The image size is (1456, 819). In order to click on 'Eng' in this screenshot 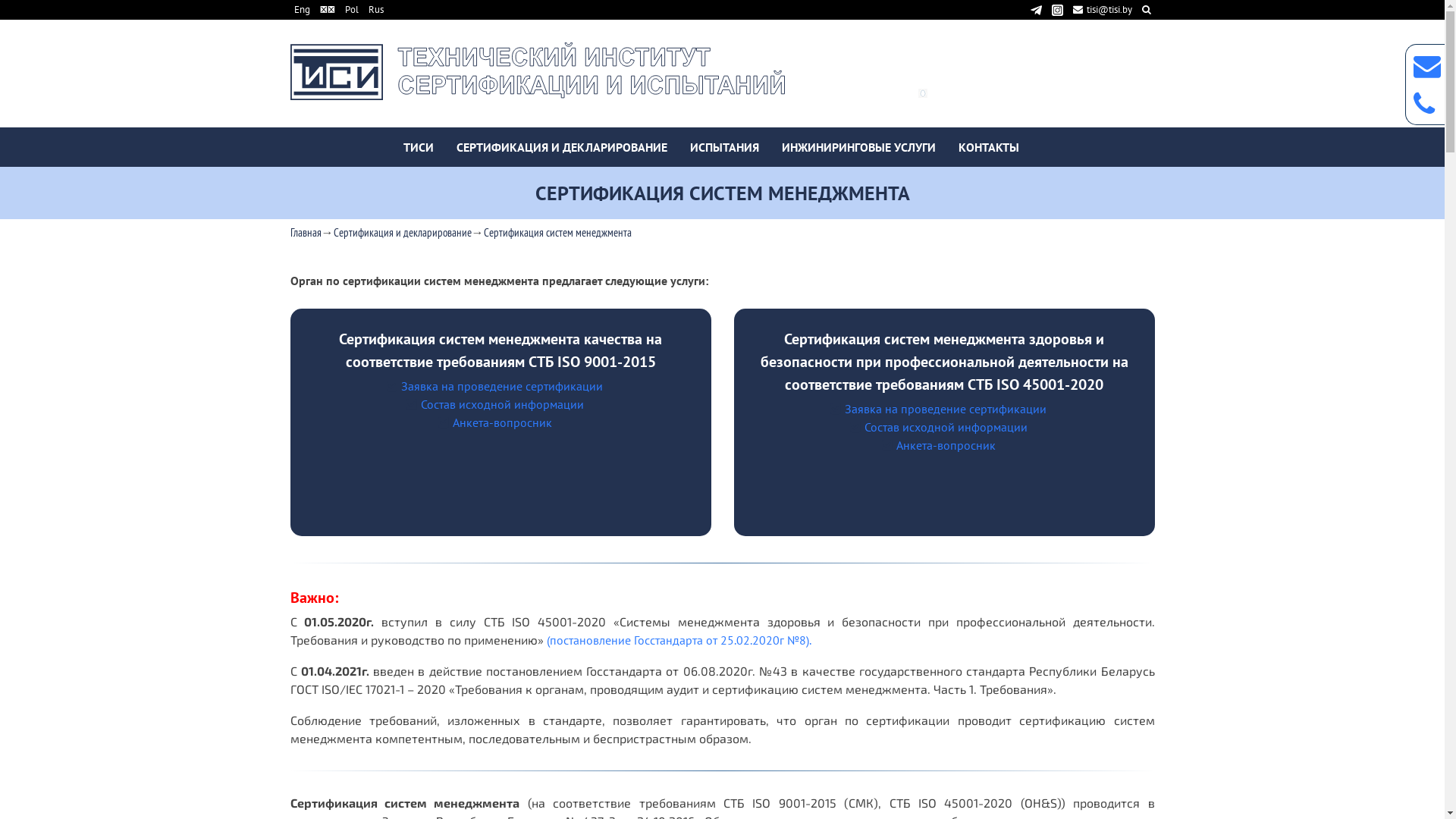, I will do `click(302, 9)`.